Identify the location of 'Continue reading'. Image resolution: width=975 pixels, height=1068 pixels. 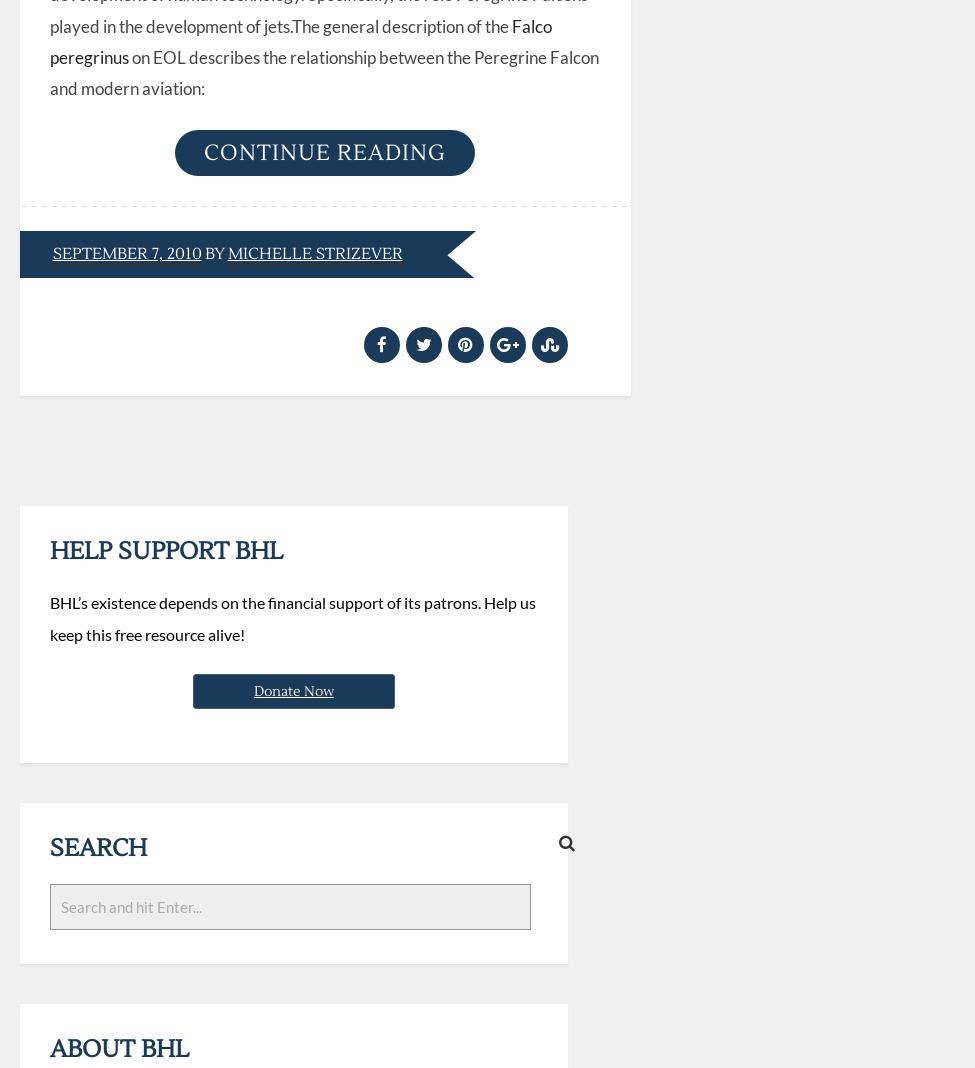
(323, 153).